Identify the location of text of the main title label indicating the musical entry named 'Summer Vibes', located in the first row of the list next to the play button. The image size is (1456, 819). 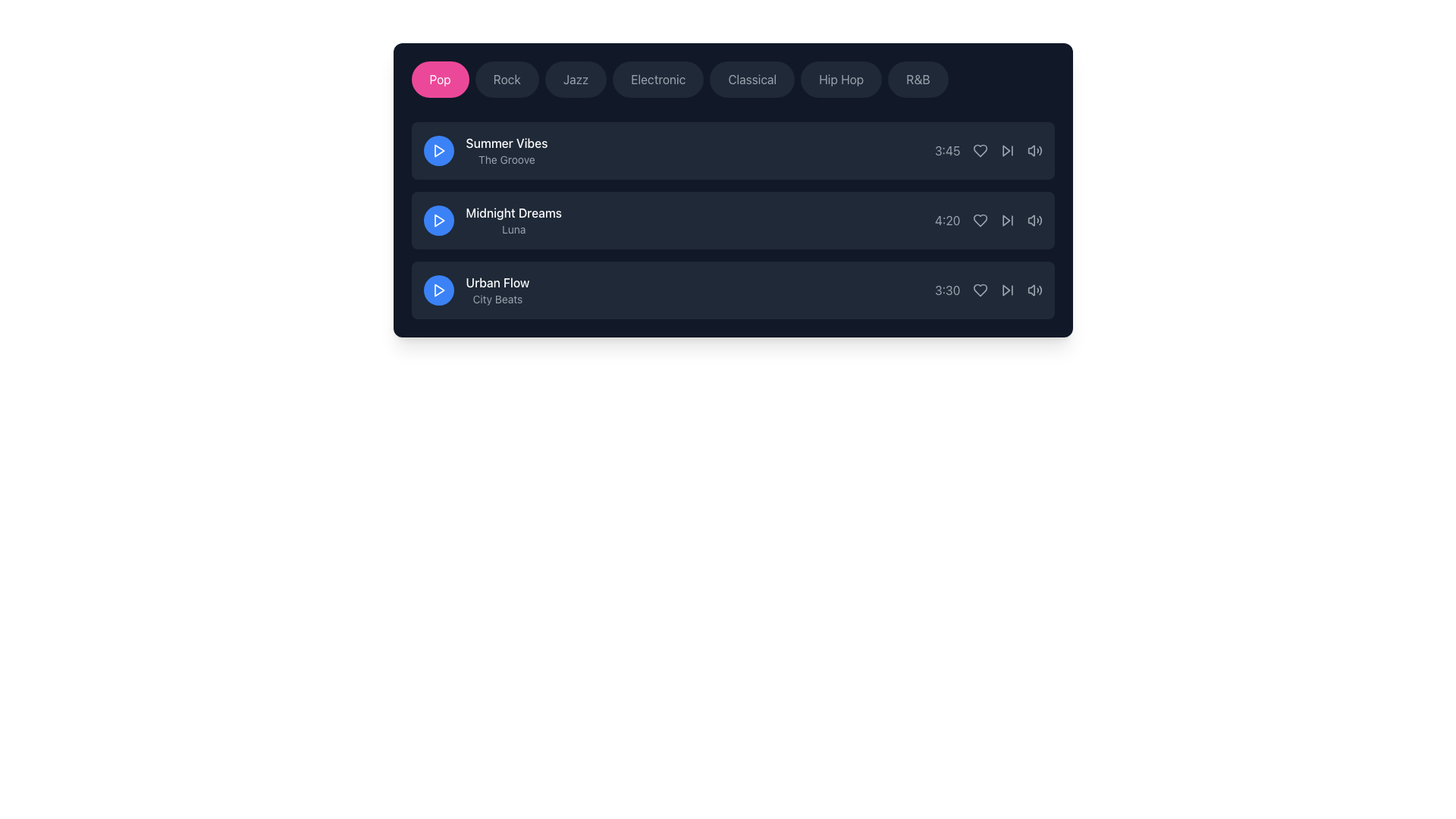
(507, 143).